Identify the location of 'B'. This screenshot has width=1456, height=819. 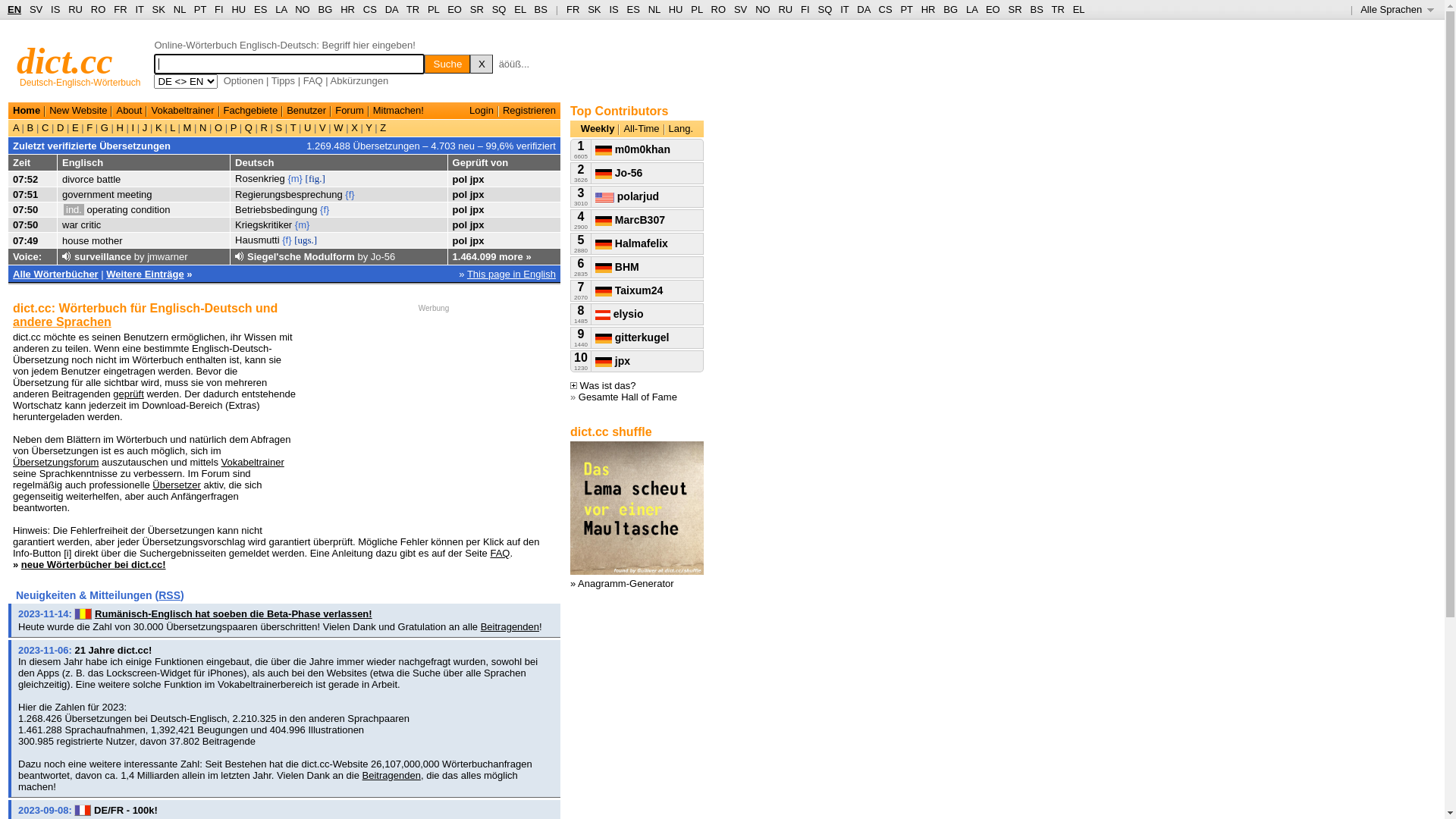
(30, 127).